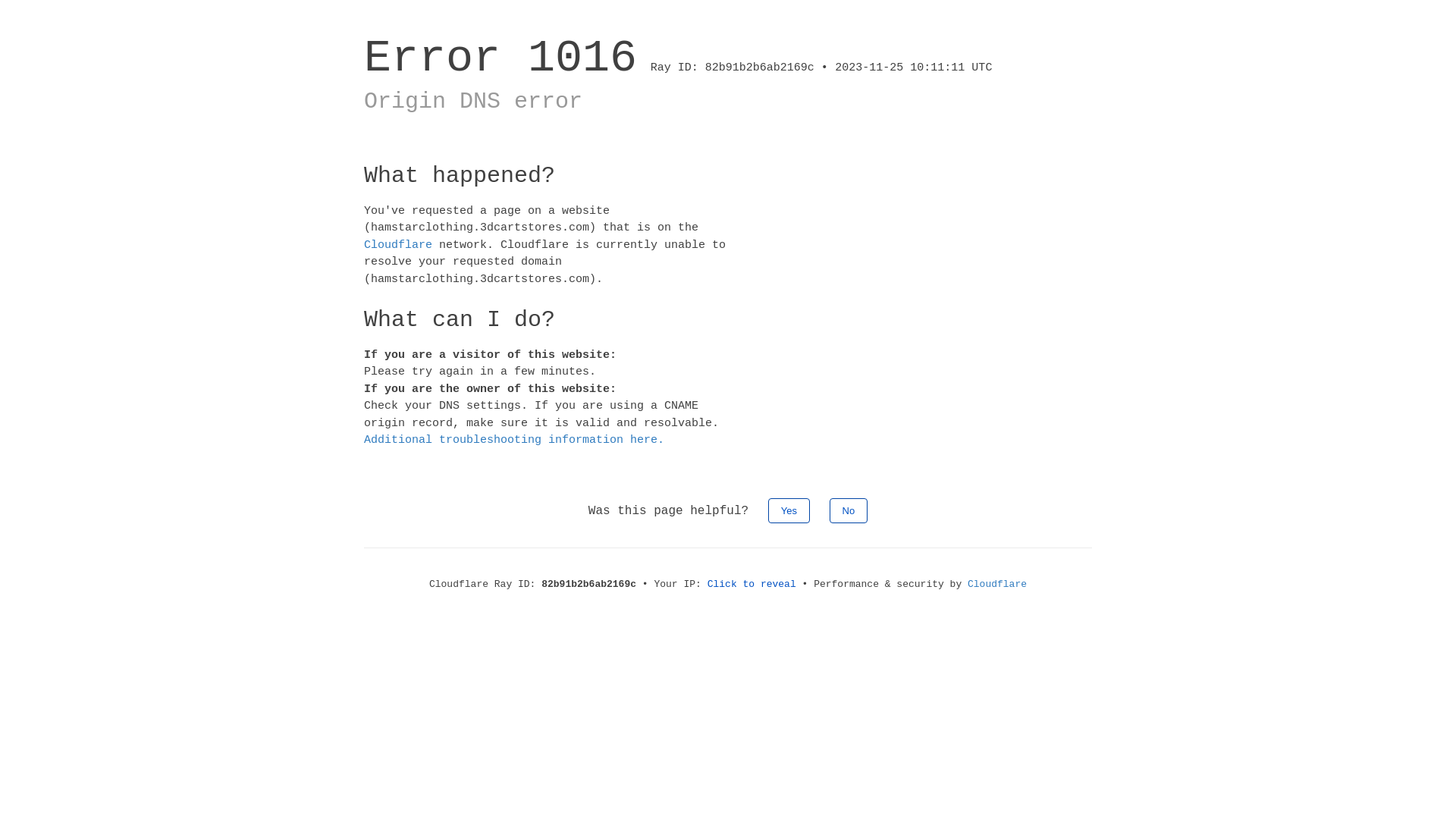 The height and width of the screenshot is (819, 1456). I want to click on 'Cloudflare', so click(997, 582).